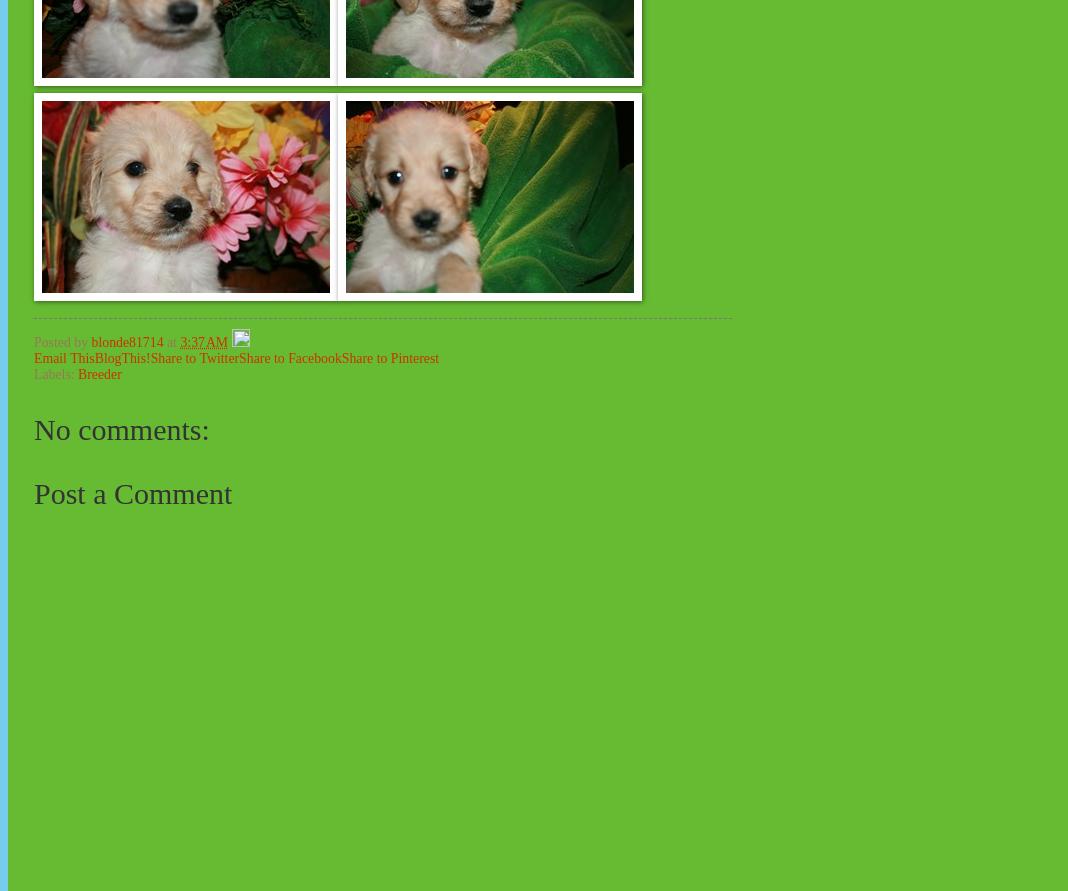 This screenshot has height=891, width=1068. I want to click on 'BlogThis!', so click(92, 357).